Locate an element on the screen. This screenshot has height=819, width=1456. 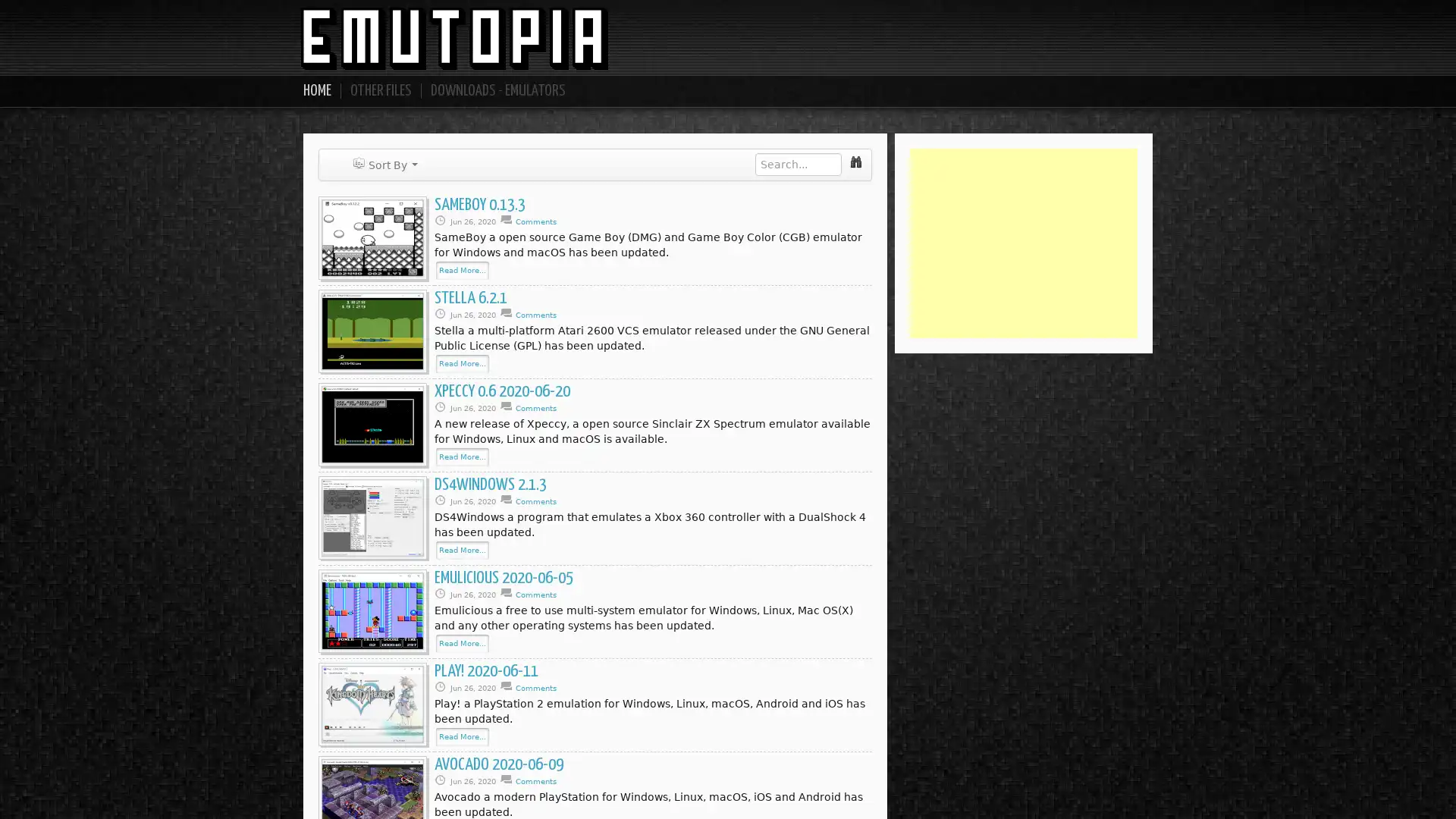
Close Close is located at coordinates (839, 208).